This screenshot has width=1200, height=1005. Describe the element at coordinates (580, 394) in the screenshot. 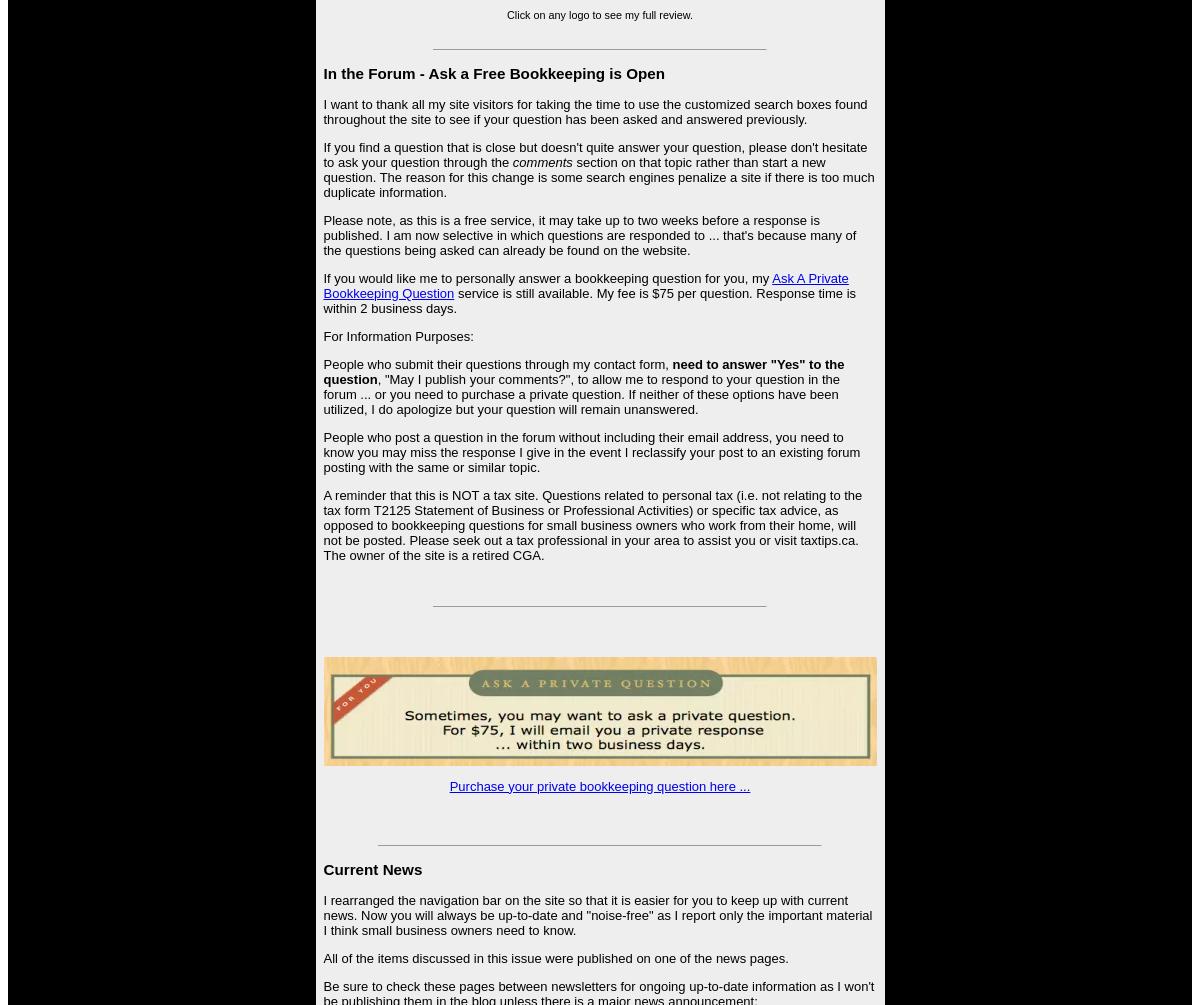

I see `', "May I publish your comments?", to allow me to respond to your question in the forum ... or you need to purchase a private question. If neither of these options have been utilized, I do apologize but your question will remain unanswered.'` at that location.